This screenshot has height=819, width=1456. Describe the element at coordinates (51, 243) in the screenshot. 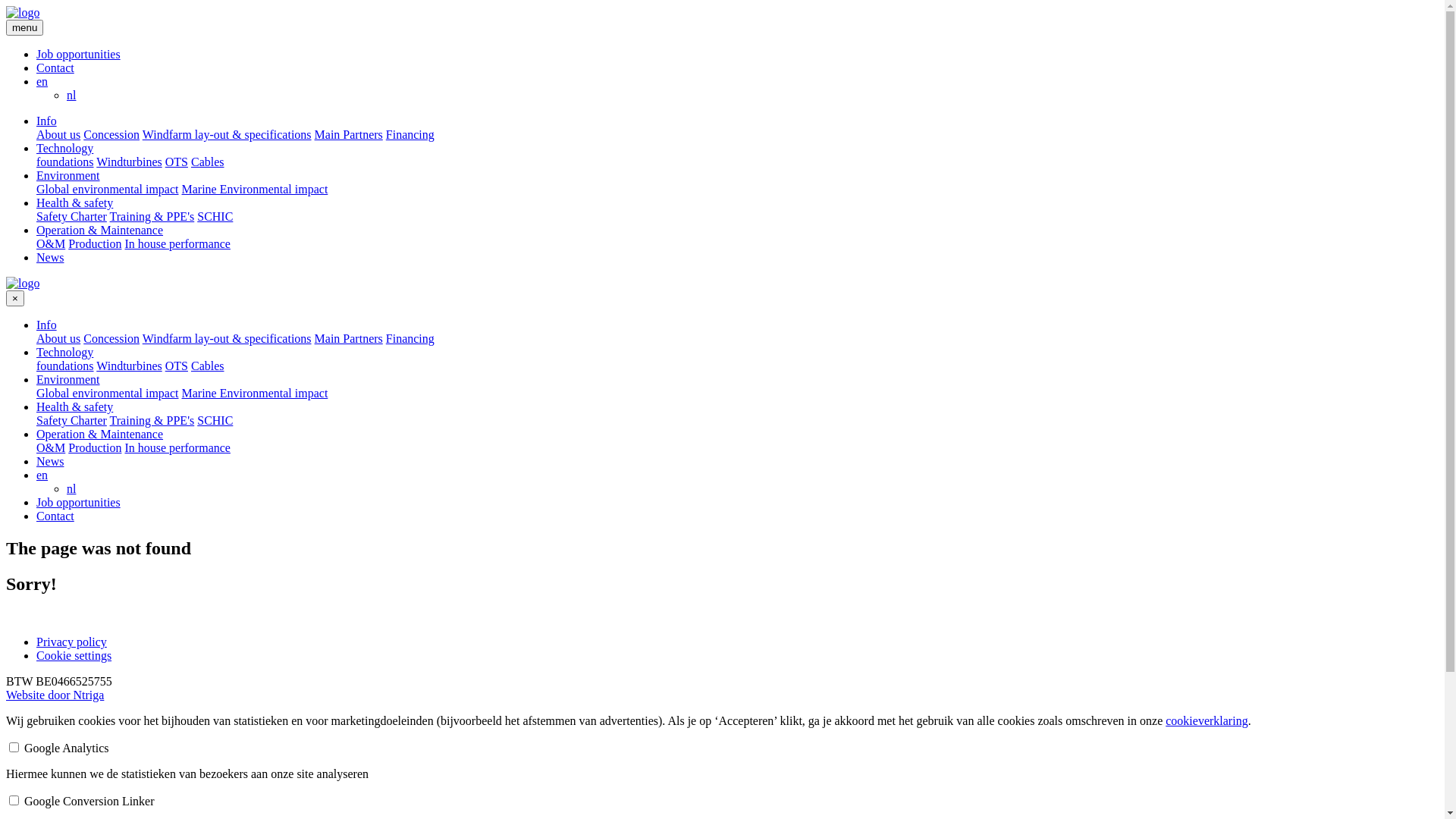

I see `'O&M'` at that location.